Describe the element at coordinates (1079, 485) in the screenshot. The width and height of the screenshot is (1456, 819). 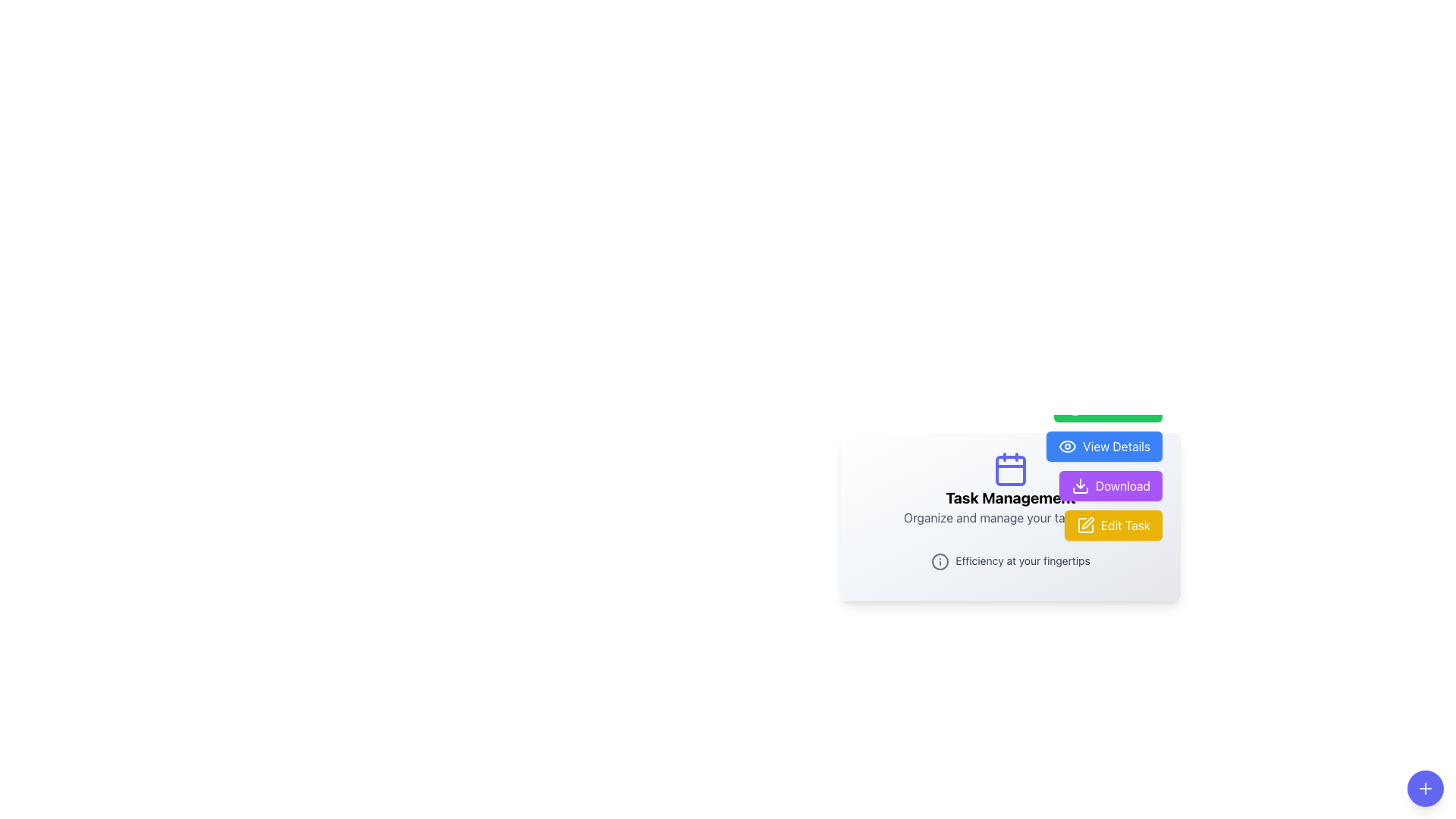
I see `the 'Download' button which contains the download icon with a purple background and a downward arrow, located between 'View Details' and 'Edit Task' buttons in the Task Management panel` at that location.